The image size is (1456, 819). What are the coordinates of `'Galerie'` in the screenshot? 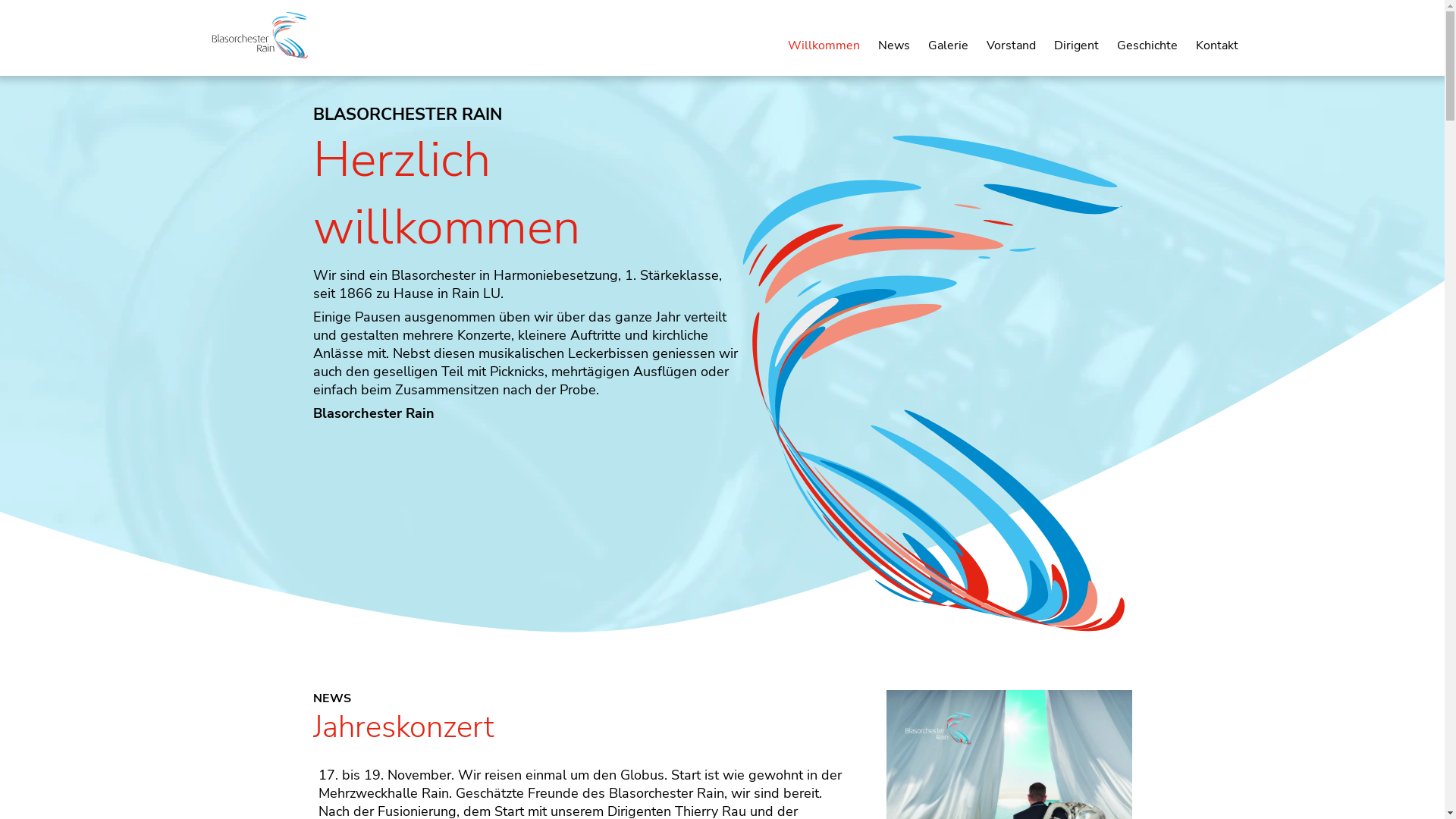 It's located at (947, 45).